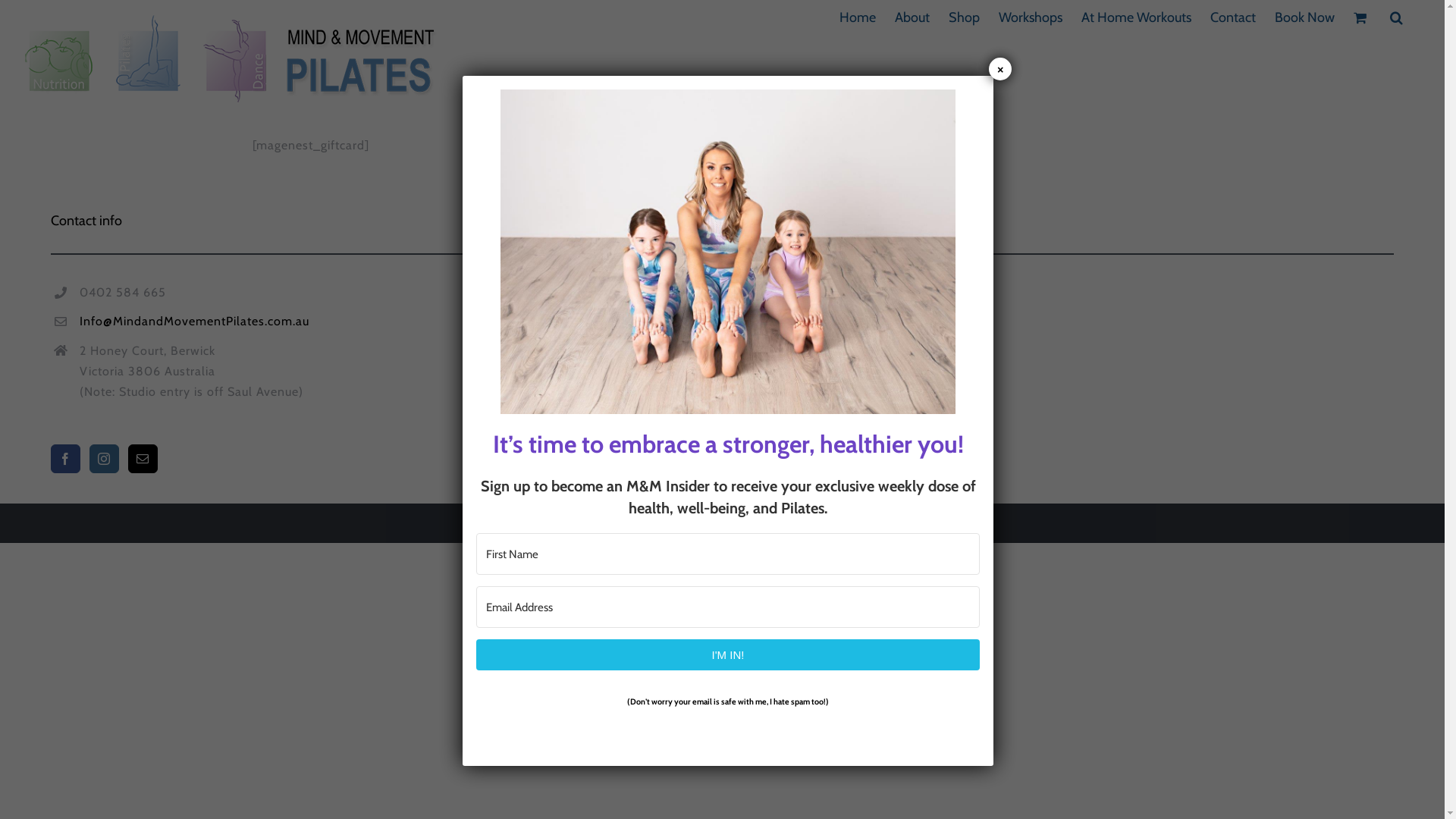 The image size is (1456, 819). What do you see at coordinates (1136, 17) in the screenshot?
I see `'At Home Workouts'` at bounding box center [1136, 17].